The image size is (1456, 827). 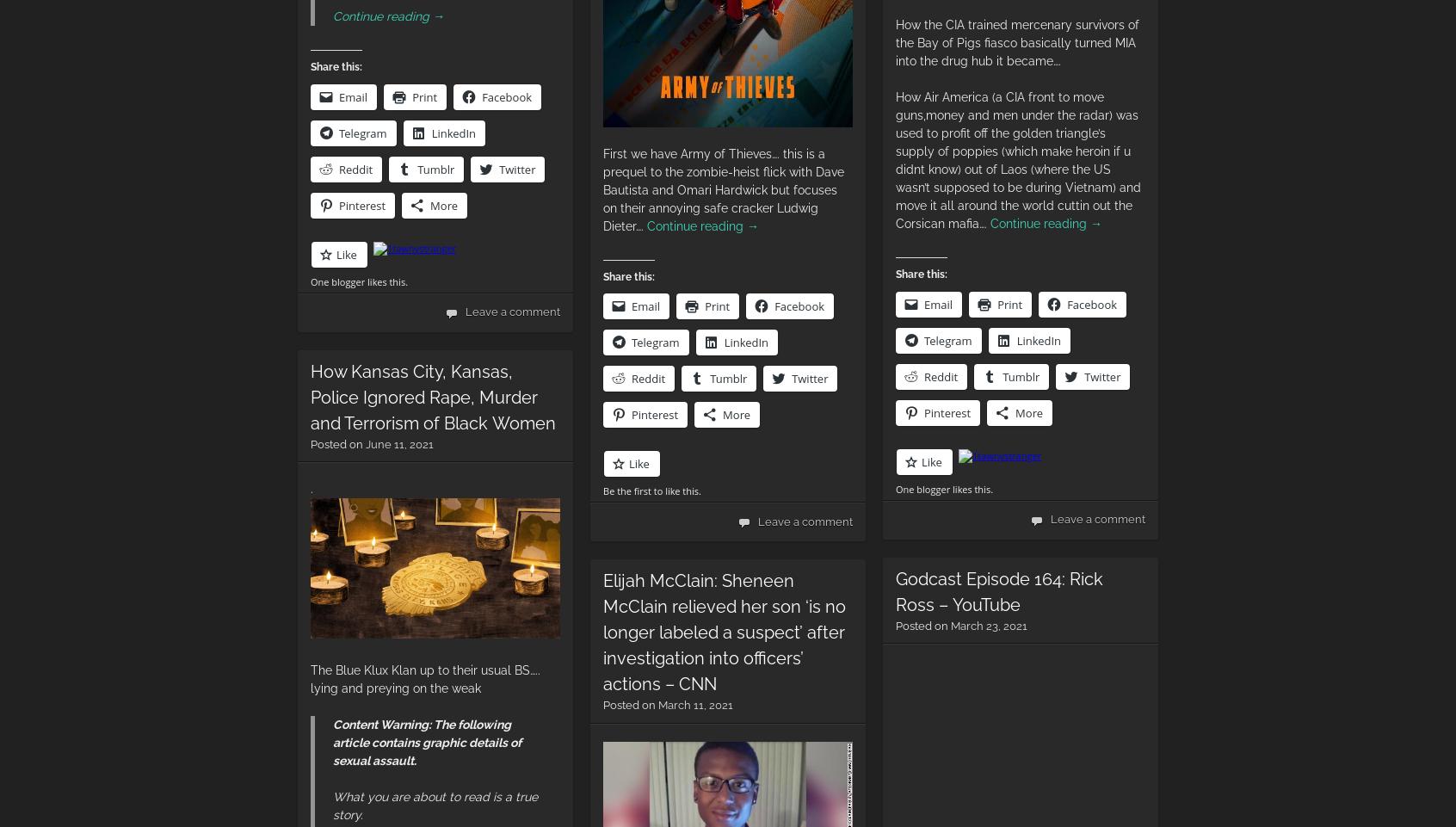 I want to click on 'What you are about to read is a true story.', so click(x=435, y=805).